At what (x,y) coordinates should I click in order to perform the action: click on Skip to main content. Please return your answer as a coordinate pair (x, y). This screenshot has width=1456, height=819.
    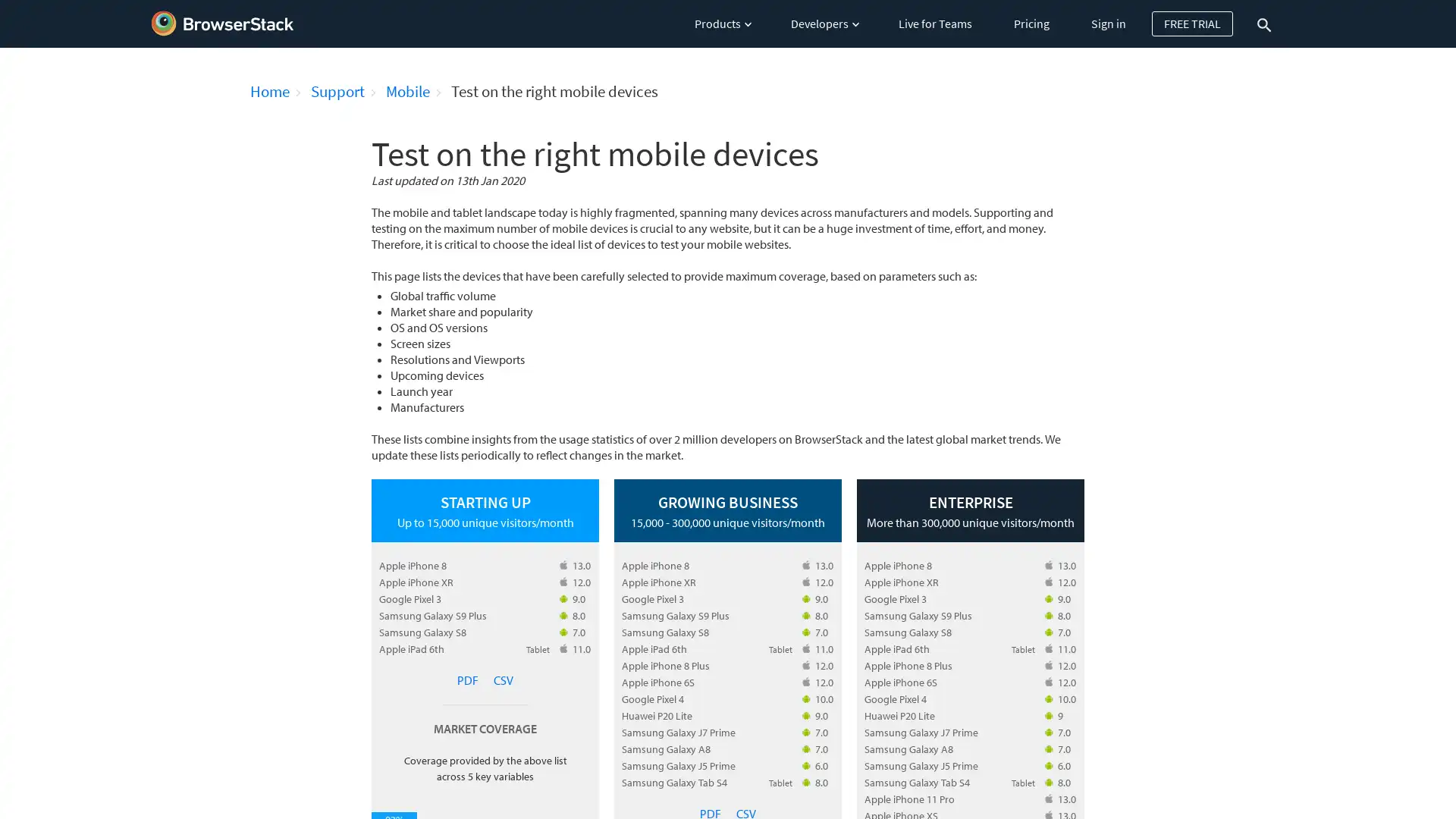
    Looking at the image, I should click on (2, 6).